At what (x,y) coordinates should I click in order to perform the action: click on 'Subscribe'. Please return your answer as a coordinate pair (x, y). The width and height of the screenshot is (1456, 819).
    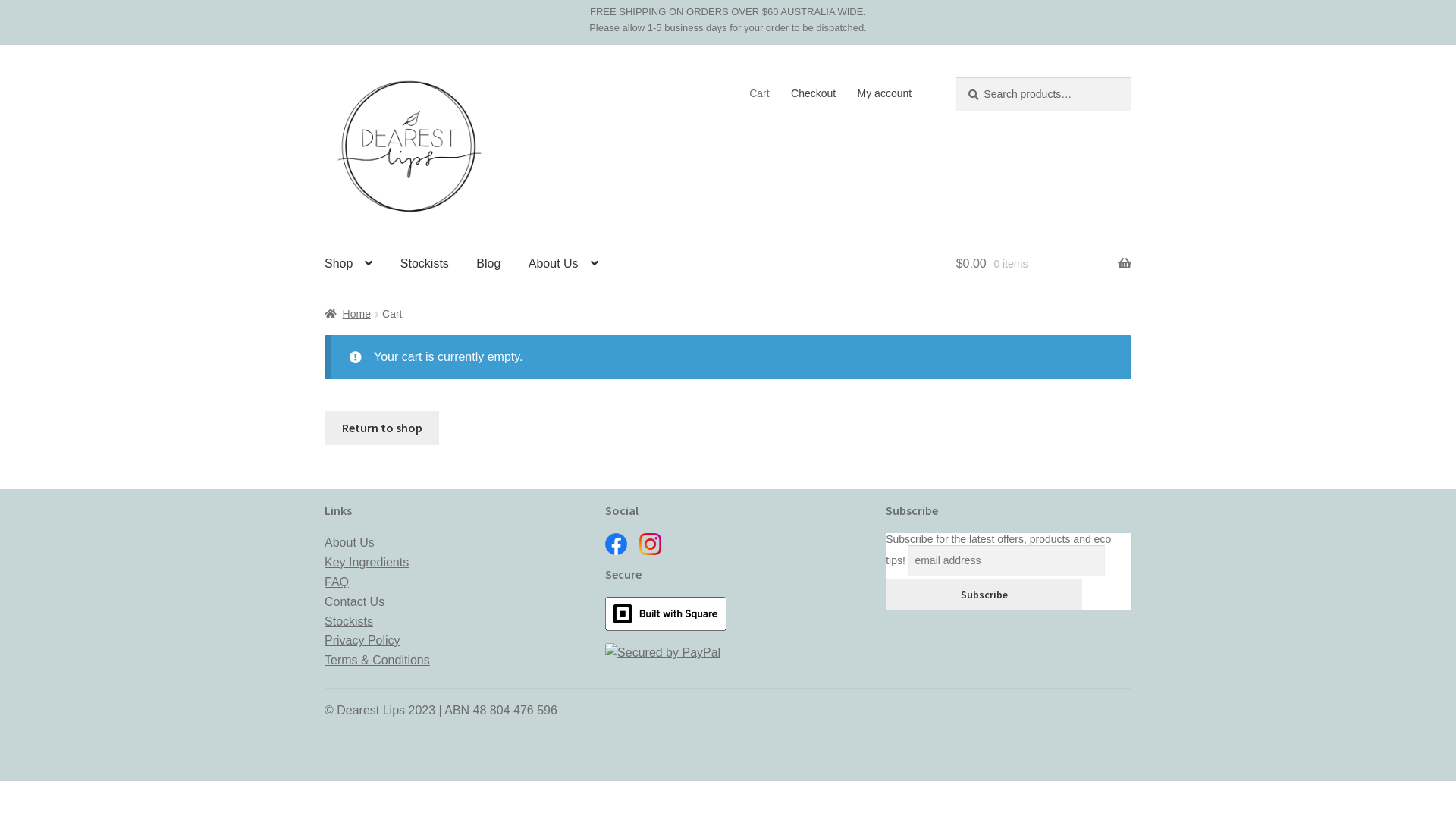
    Looking at the image, I should click on (885, 593).